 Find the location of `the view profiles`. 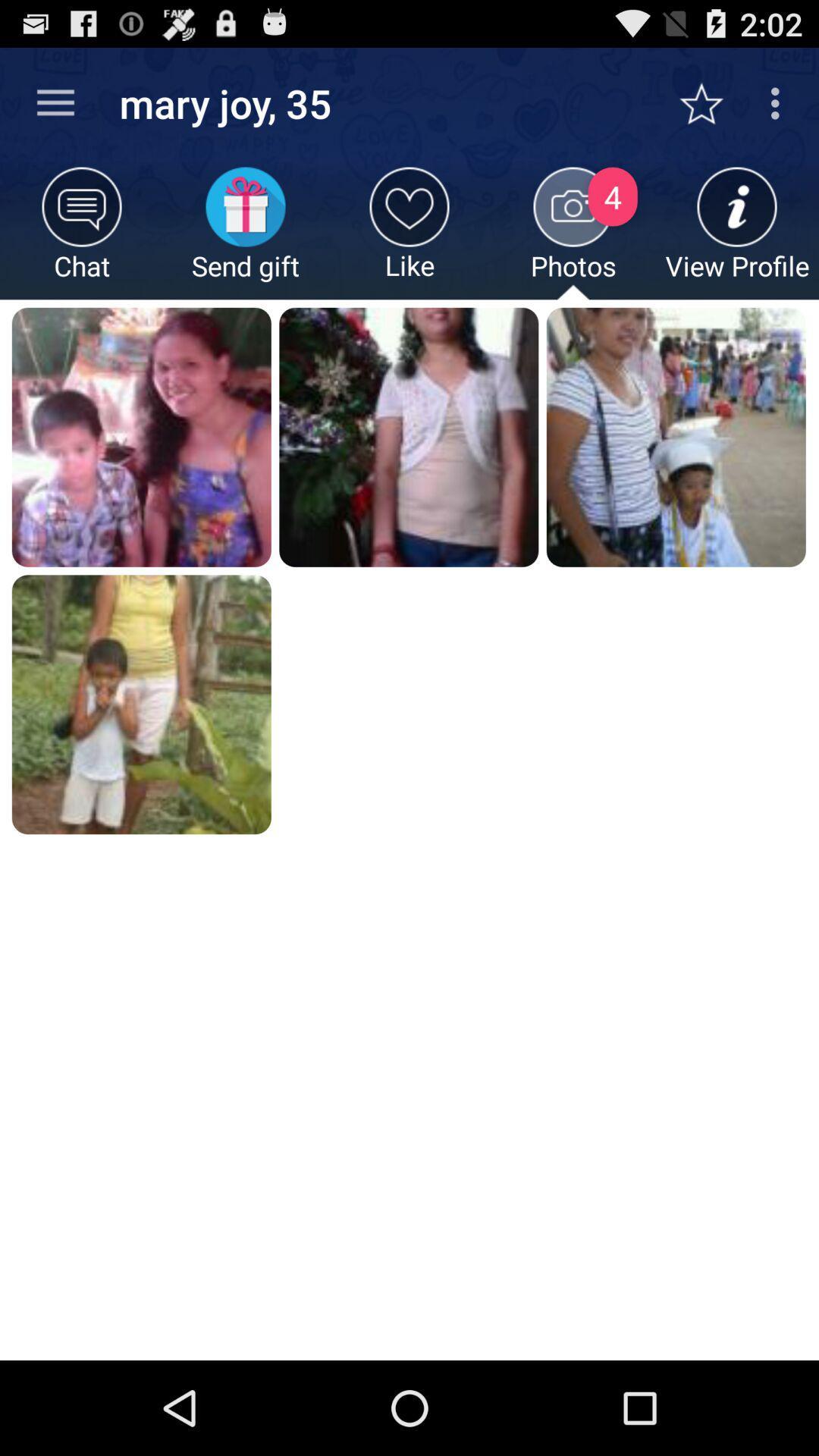

the view profiles is located at coordinates (736, 232).